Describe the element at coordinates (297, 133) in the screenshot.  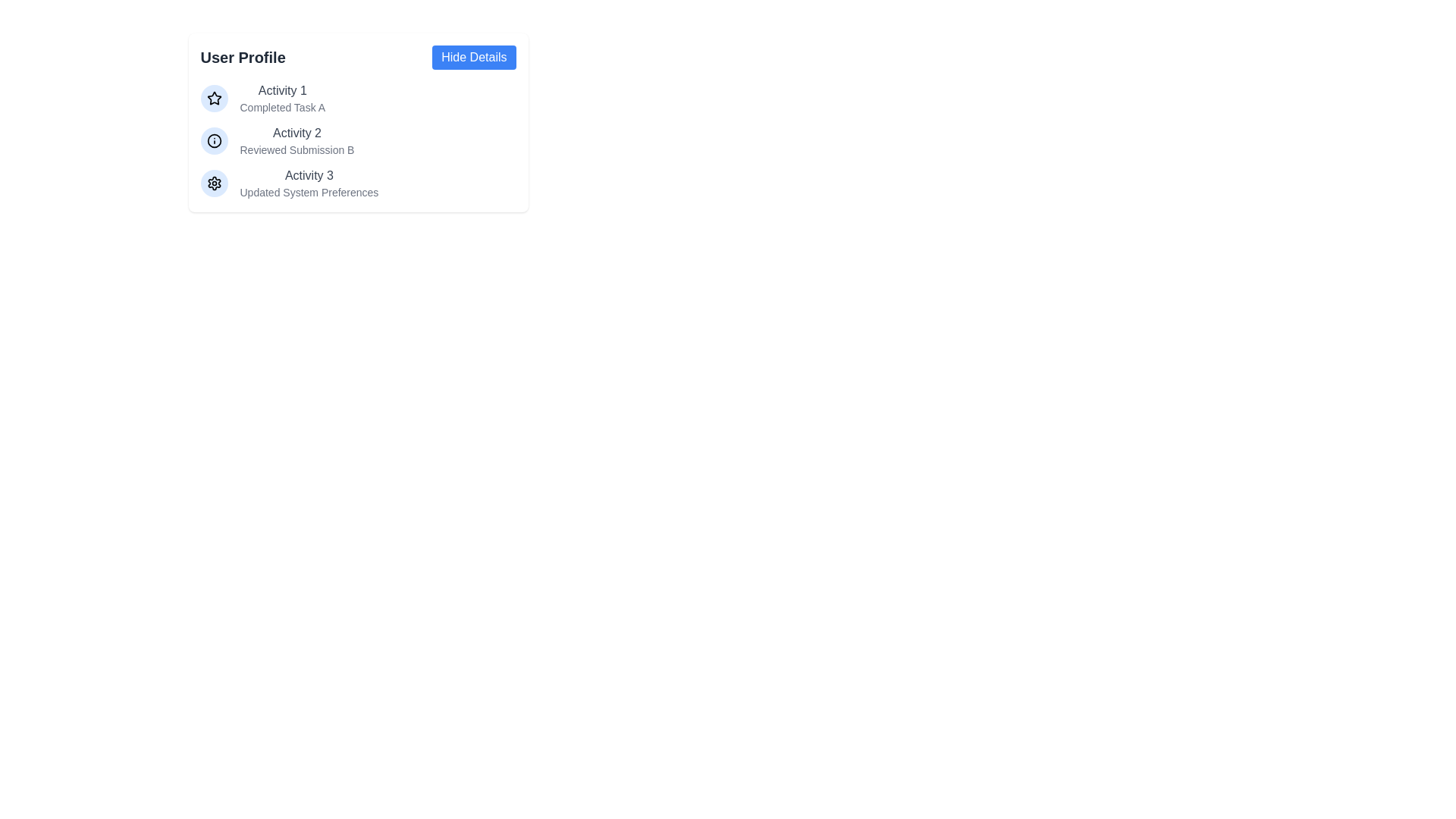
I see `the text label that acts as a title or identifier for the related activity, positioned between 'Activity 1' and 'Activity 3' in the vertically-arranged group of activities` at that location.